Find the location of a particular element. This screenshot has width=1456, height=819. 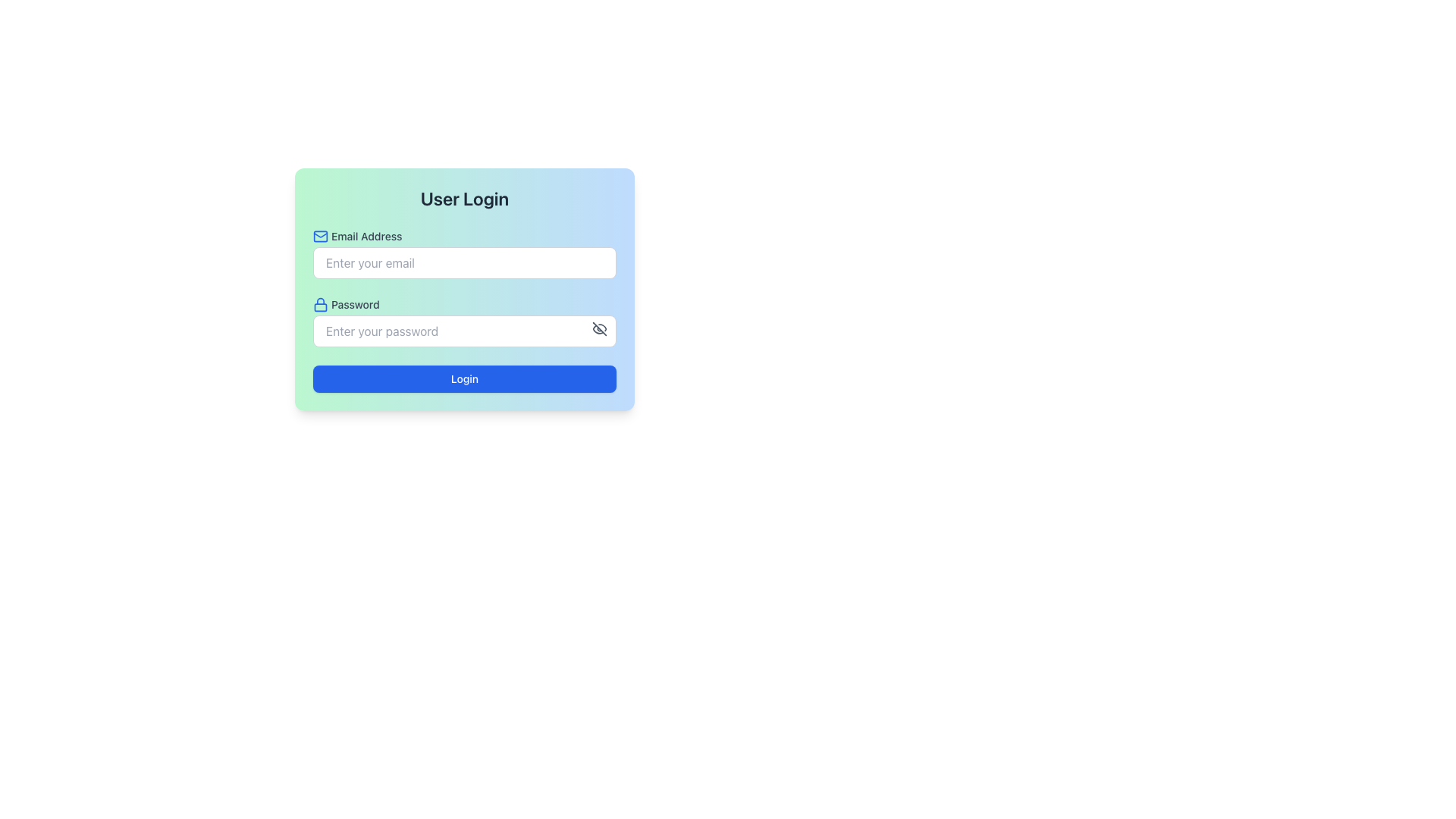

the email-related graphical icon component that signifies the email address input field is located at coordinates (319, 234).